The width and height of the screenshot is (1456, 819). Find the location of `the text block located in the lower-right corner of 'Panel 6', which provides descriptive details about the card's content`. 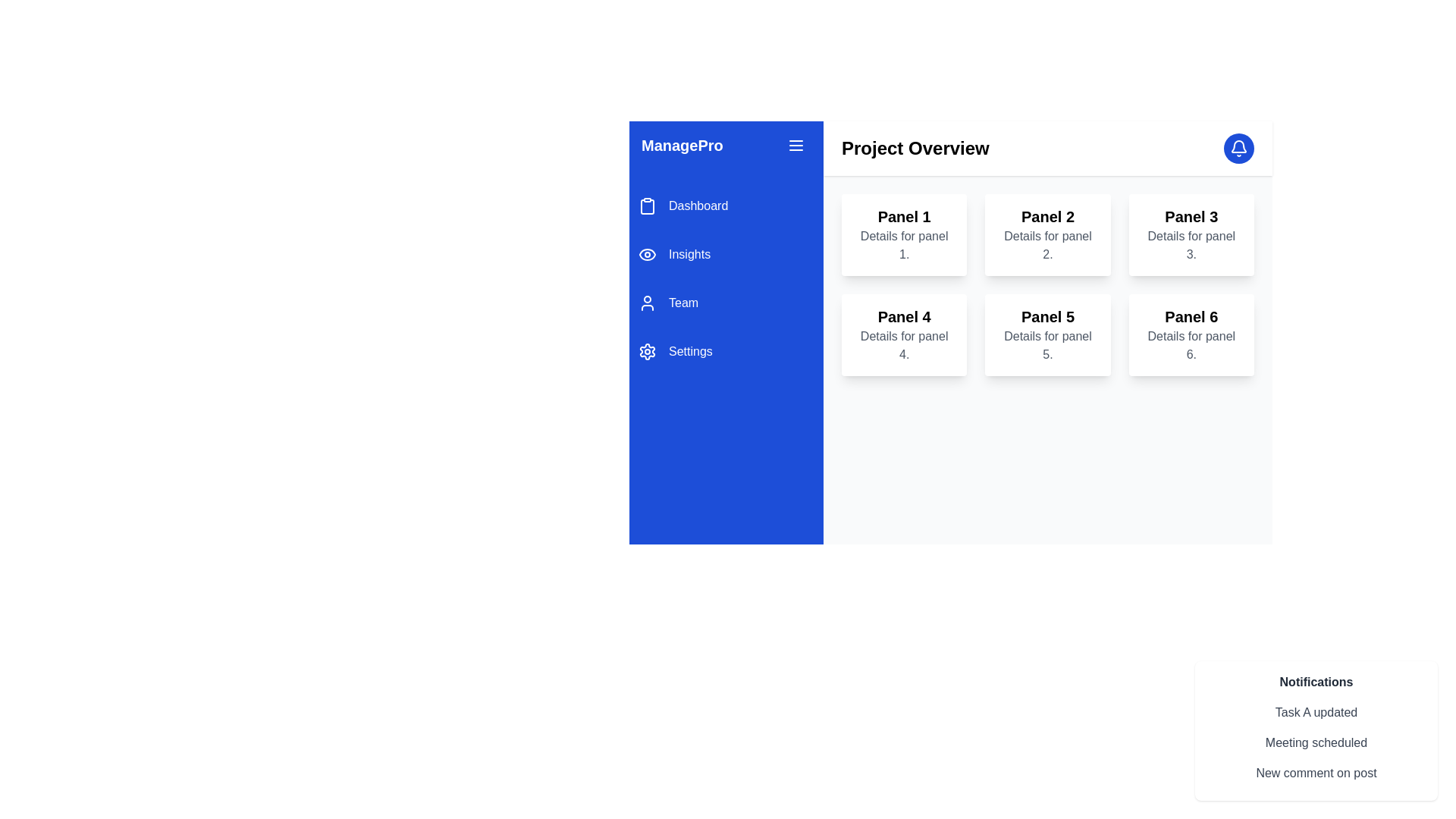

the text block located in the lower-right corner of 'Panel 6', which provides descriptive details about the card's content is located at coordinates (1191, 345).